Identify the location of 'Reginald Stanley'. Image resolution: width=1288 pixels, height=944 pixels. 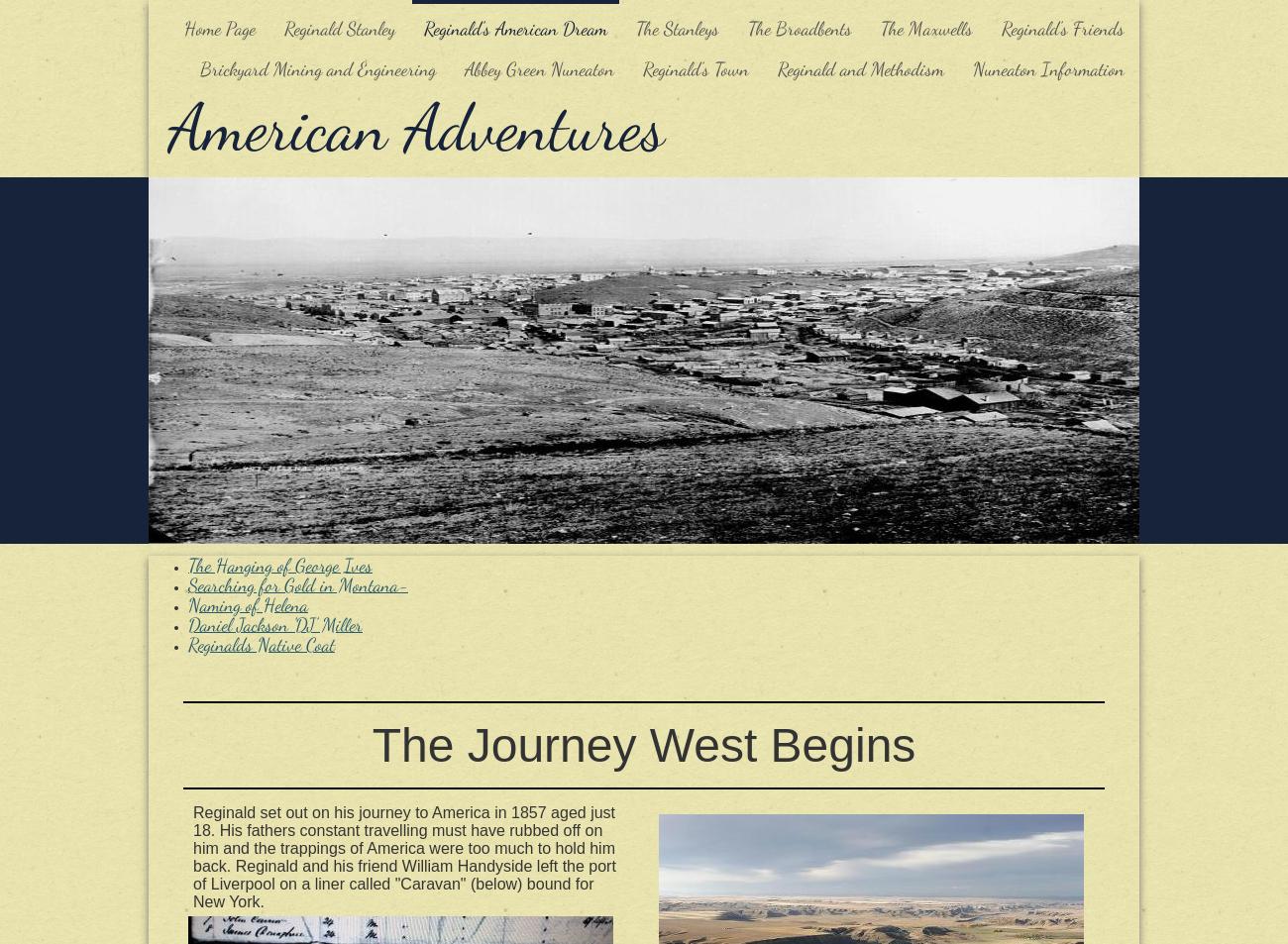
(338, 27).